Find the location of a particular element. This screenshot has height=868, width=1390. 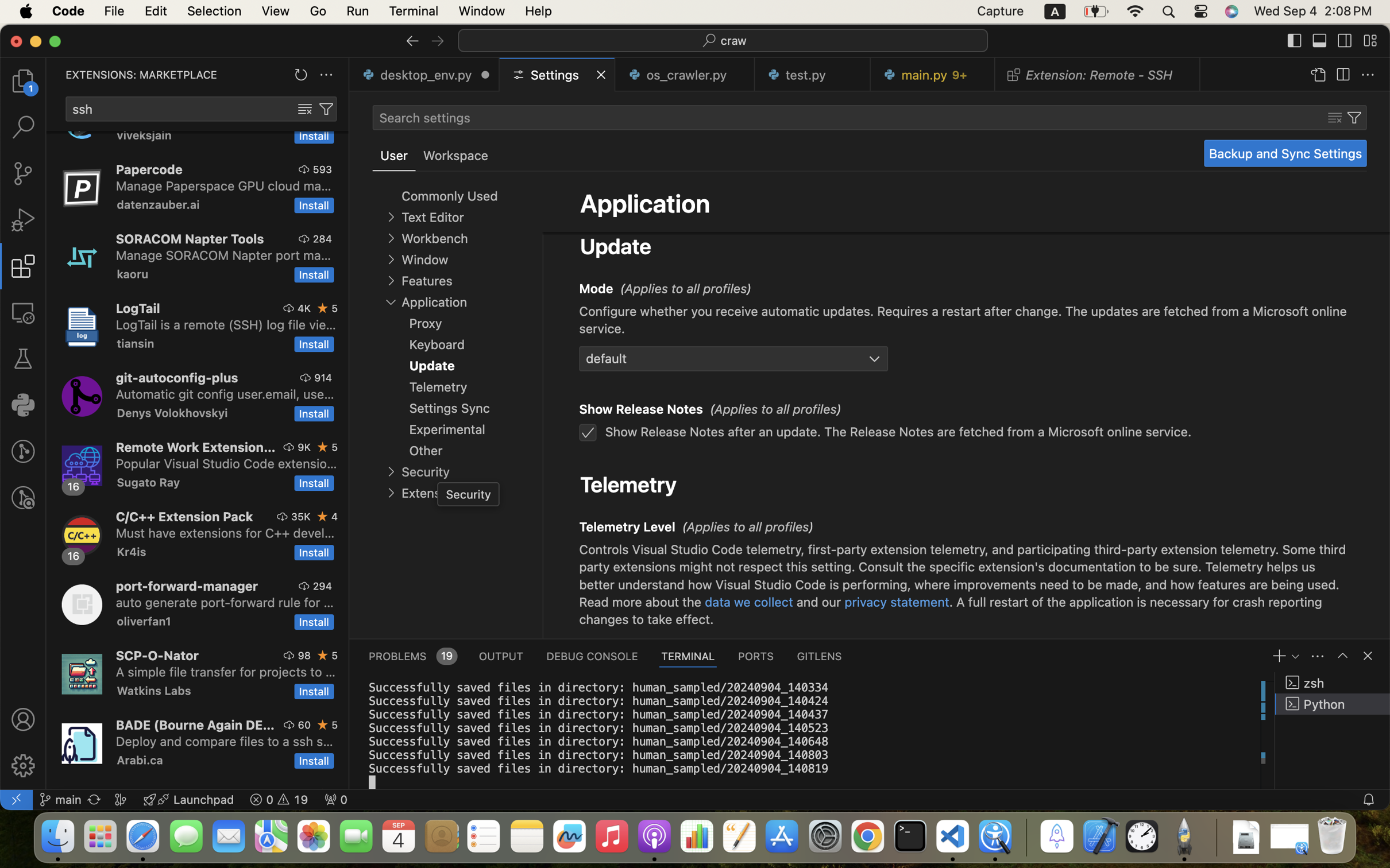

'0 ' is located at coordinates (22, 451).